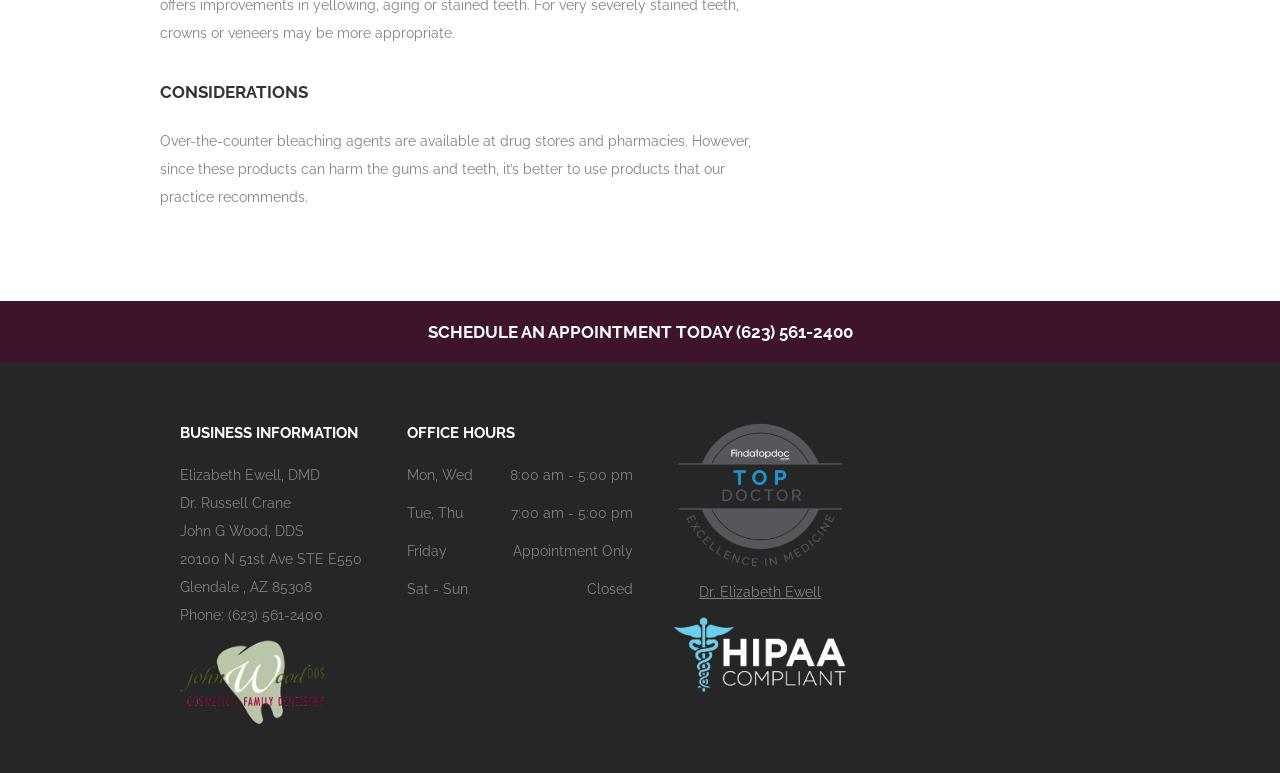 This screenshot has height=773, width=1280. I want to click on '8:00 am', so click(535, 473).